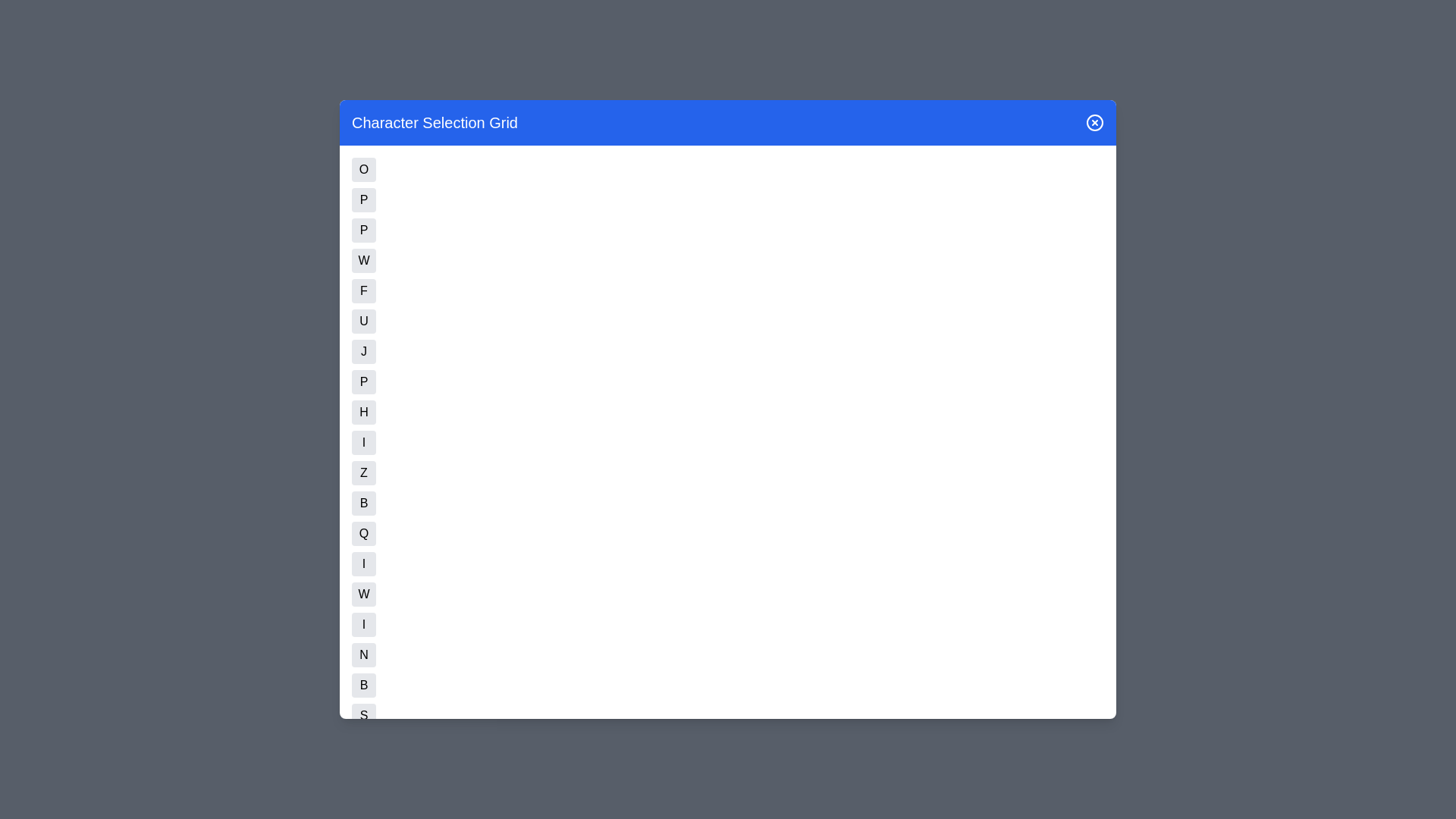  What do you see at coordinates (1095, 122) in the screenshot?
I see `the close button in the header to close the dialog` at bounding box center [1095, 122].